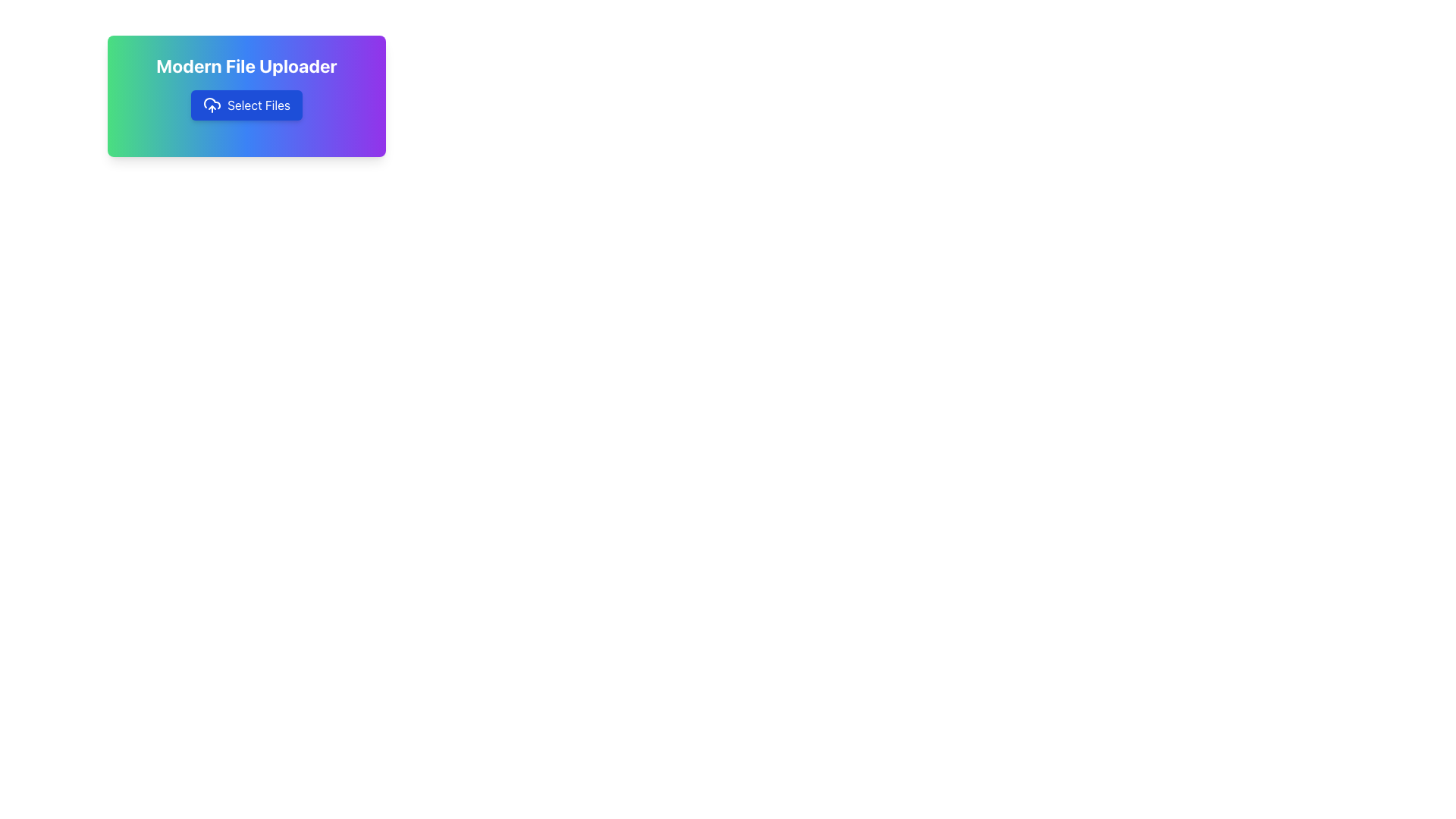 The width and height of the screenshot is (1456, 819). Describe the element at coordinates (246, 96) in the screenshot. I see `the prominent card with a gradient background that features 'Modern File Uploader' in bold white text and a blue button labeled 'Select Files'` at that location.